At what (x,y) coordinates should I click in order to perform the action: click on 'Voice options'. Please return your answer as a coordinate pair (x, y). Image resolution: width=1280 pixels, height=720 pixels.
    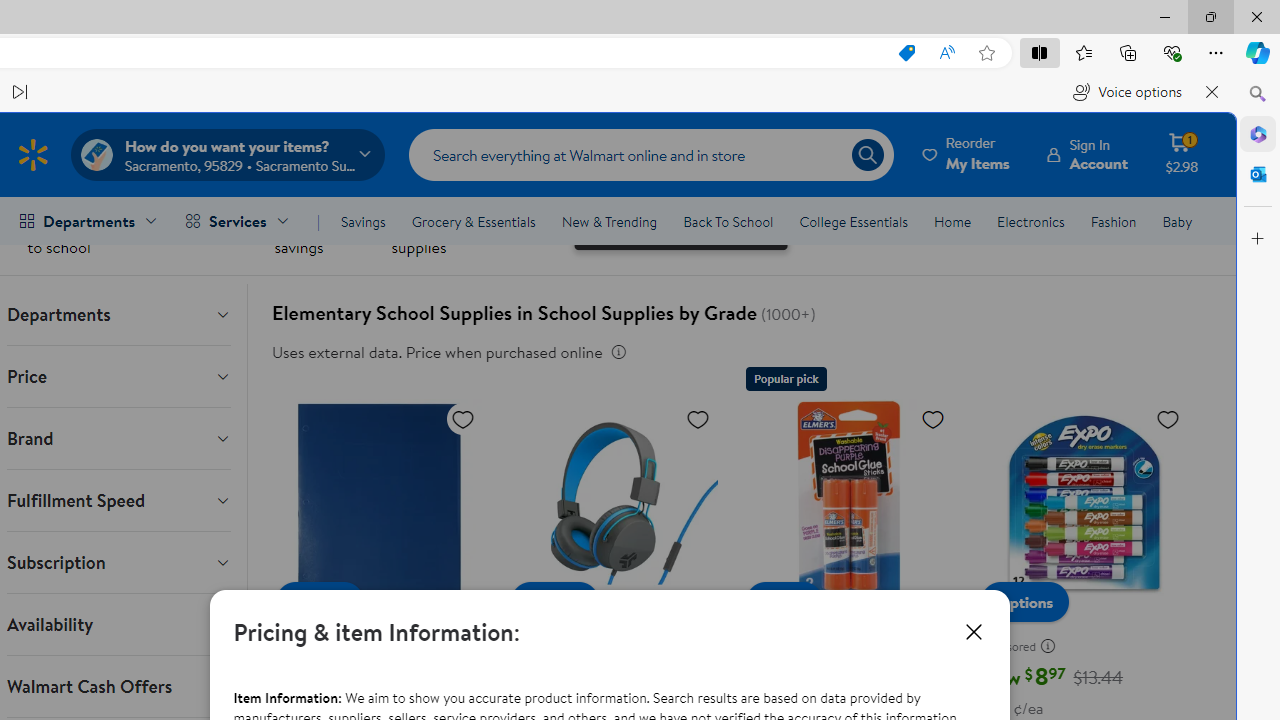
    Looking at the image, I should click on (1127, 92).